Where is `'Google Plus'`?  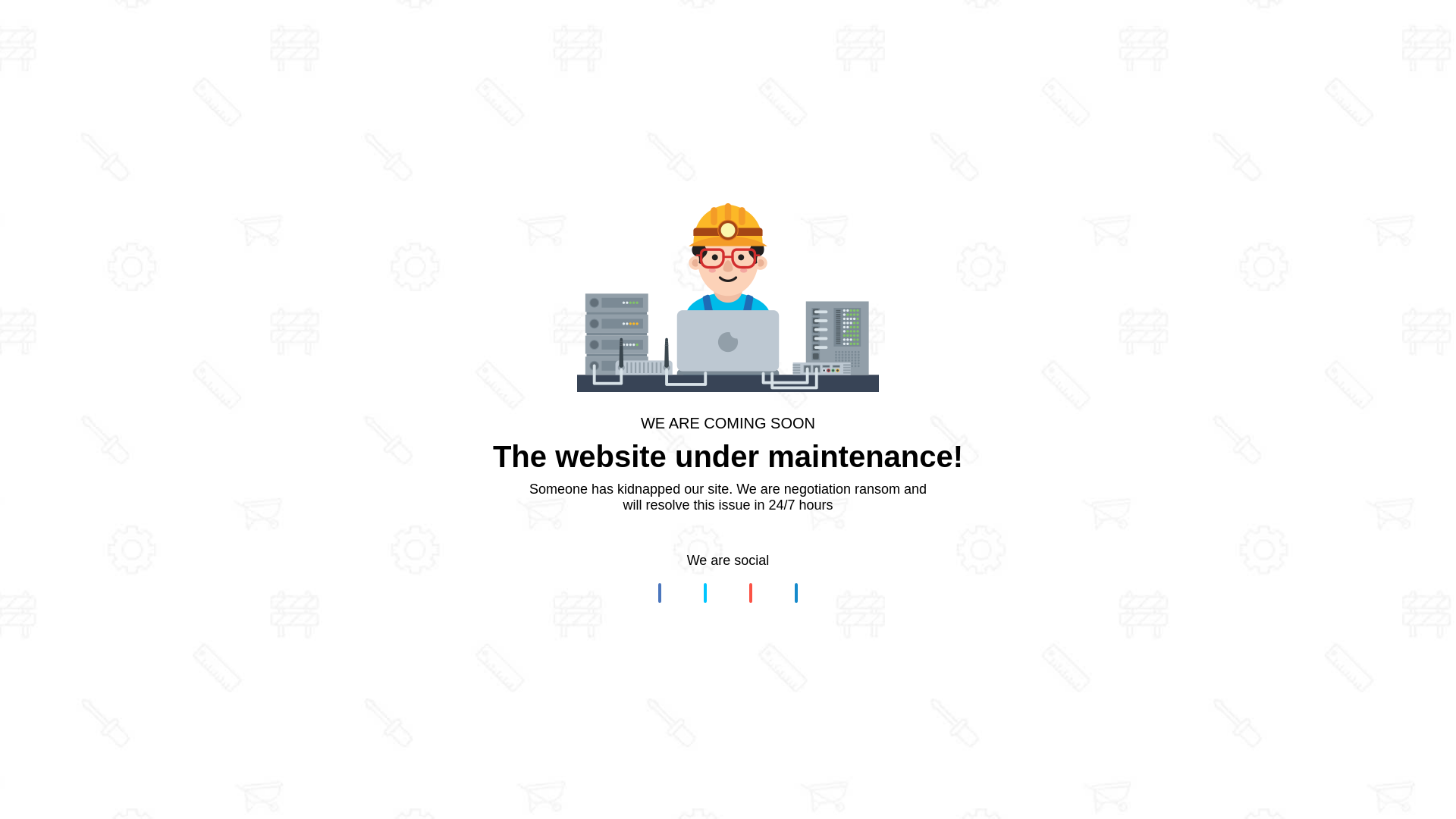
'Google Plus' is located at coordinates (750, 592).